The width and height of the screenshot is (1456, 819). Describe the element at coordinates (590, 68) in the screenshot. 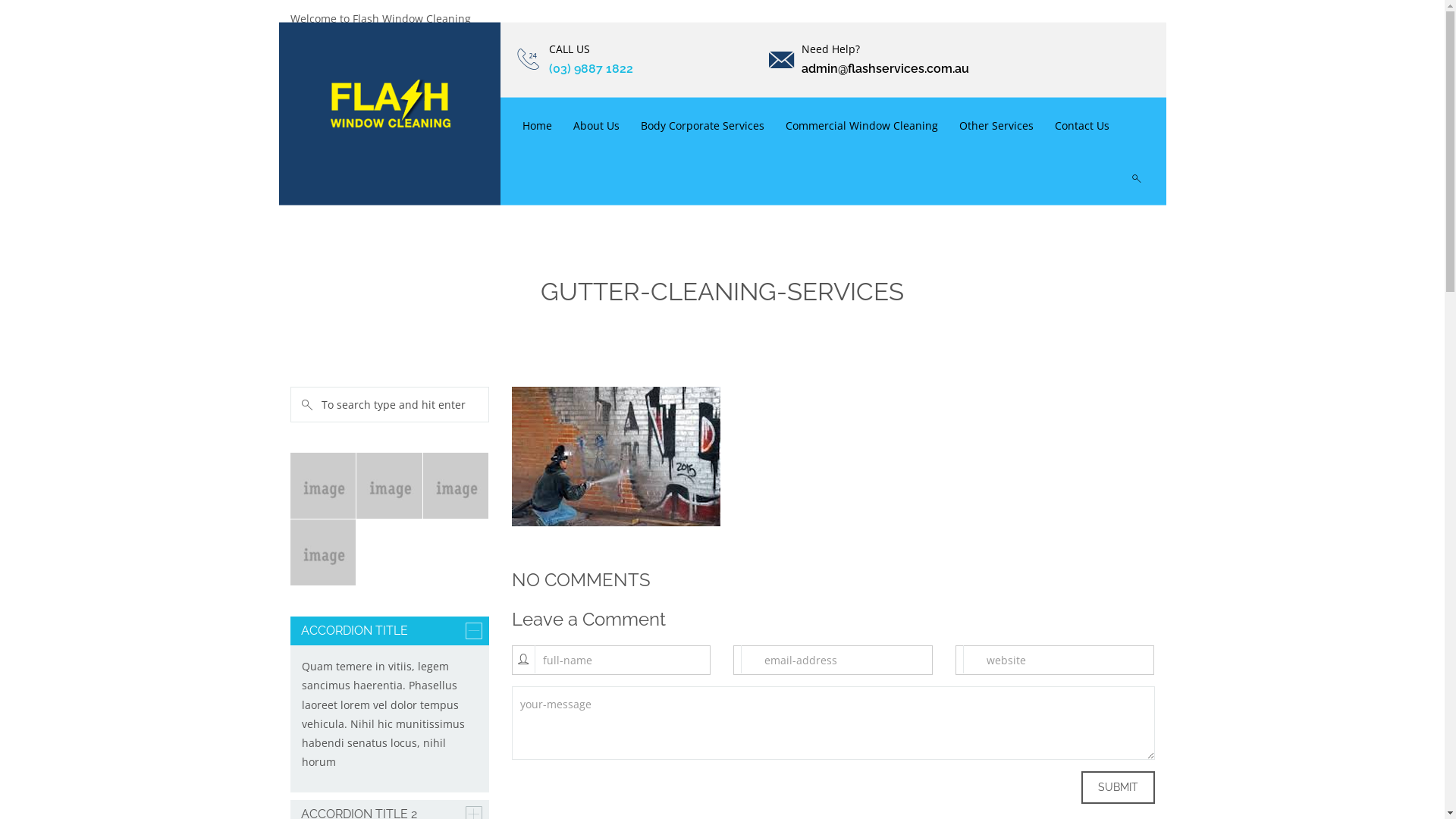

I see `'(03) 9887 1822'` at that location.